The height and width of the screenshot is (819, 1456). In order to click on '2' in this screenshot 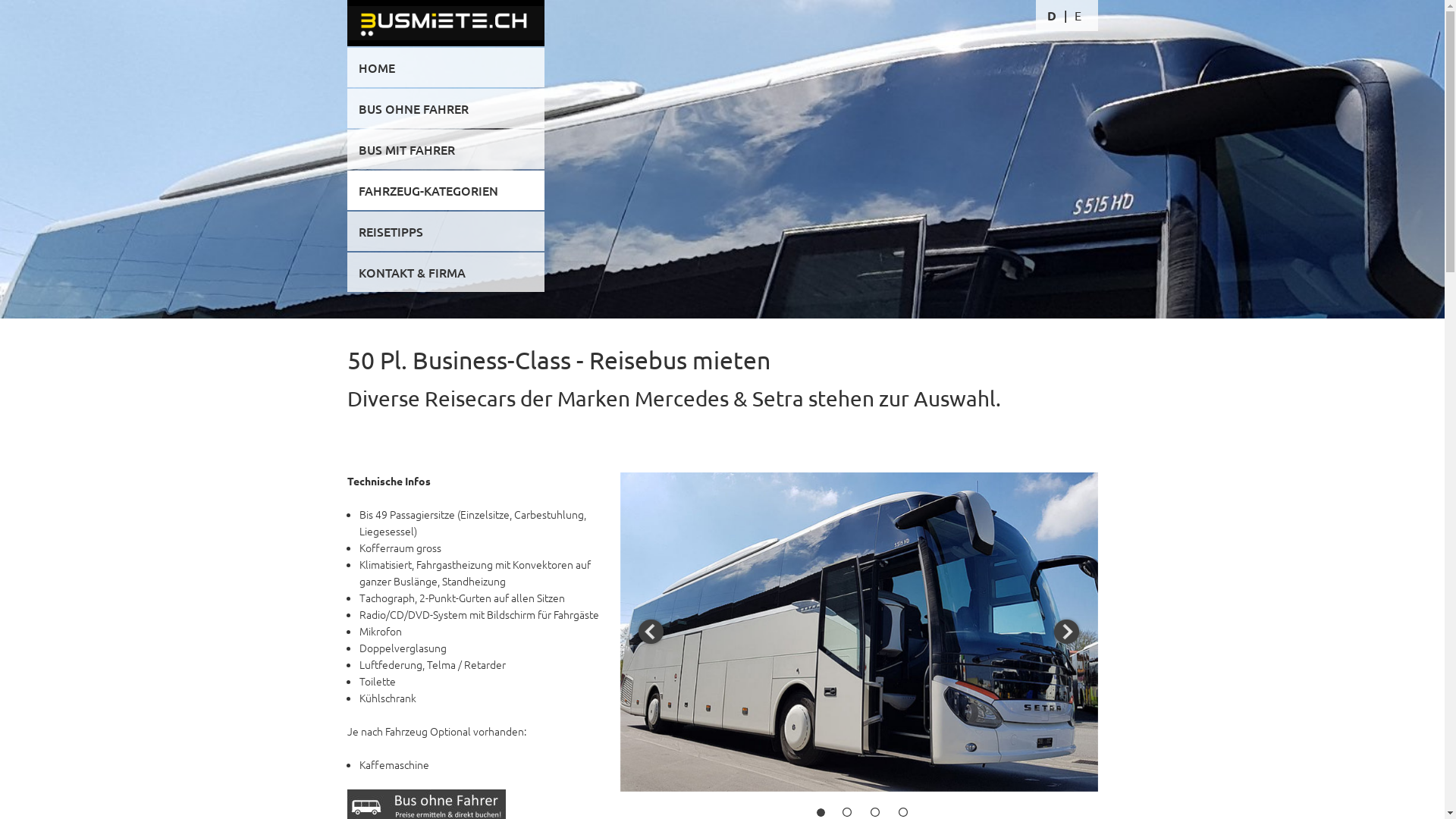, I will do `click(846, 811)`.